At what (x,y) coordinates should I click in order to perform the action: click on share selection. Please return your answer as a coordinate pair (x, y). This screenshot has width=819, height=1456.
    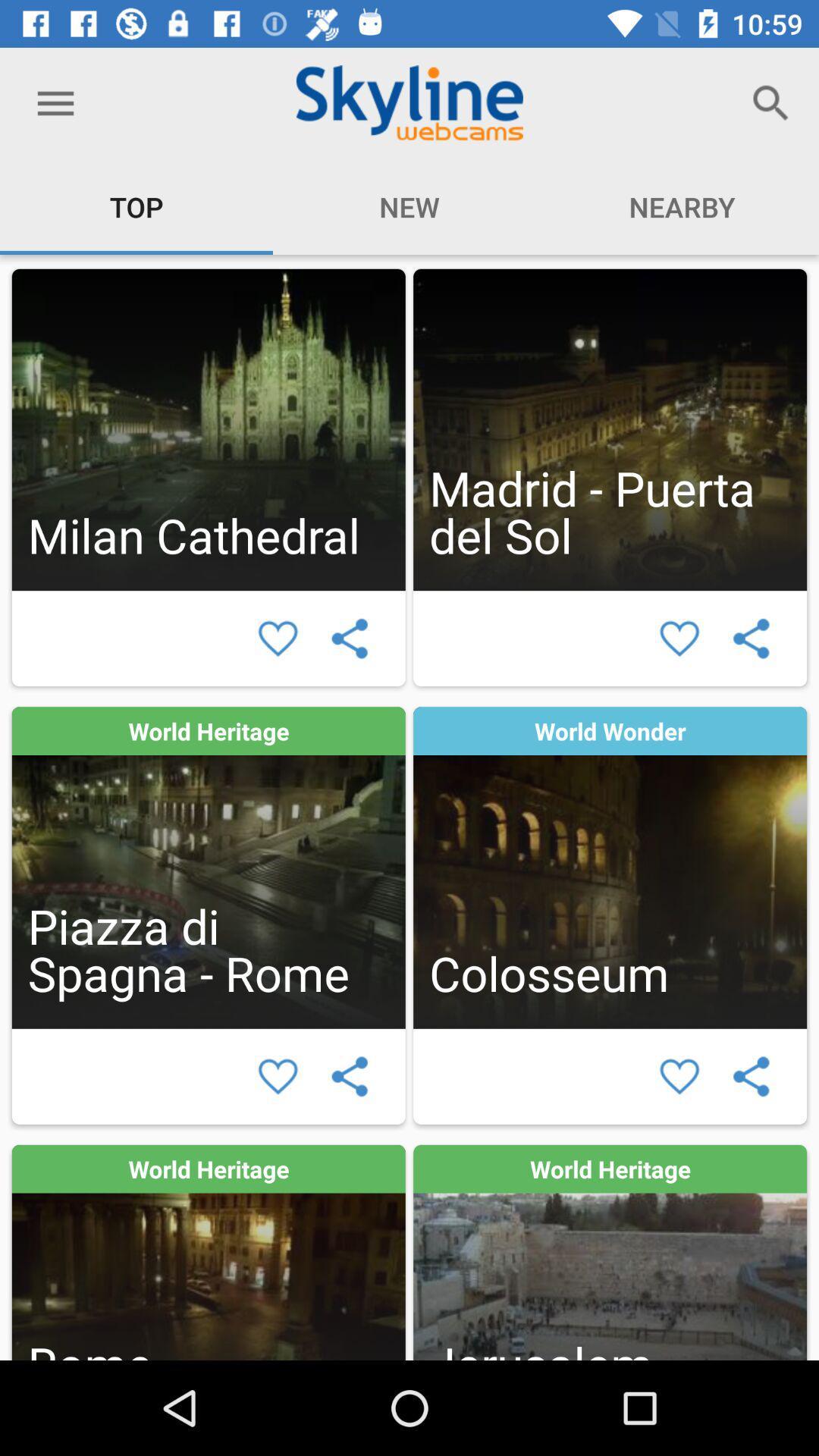
    Looking at the image, I should click on (751, 639).